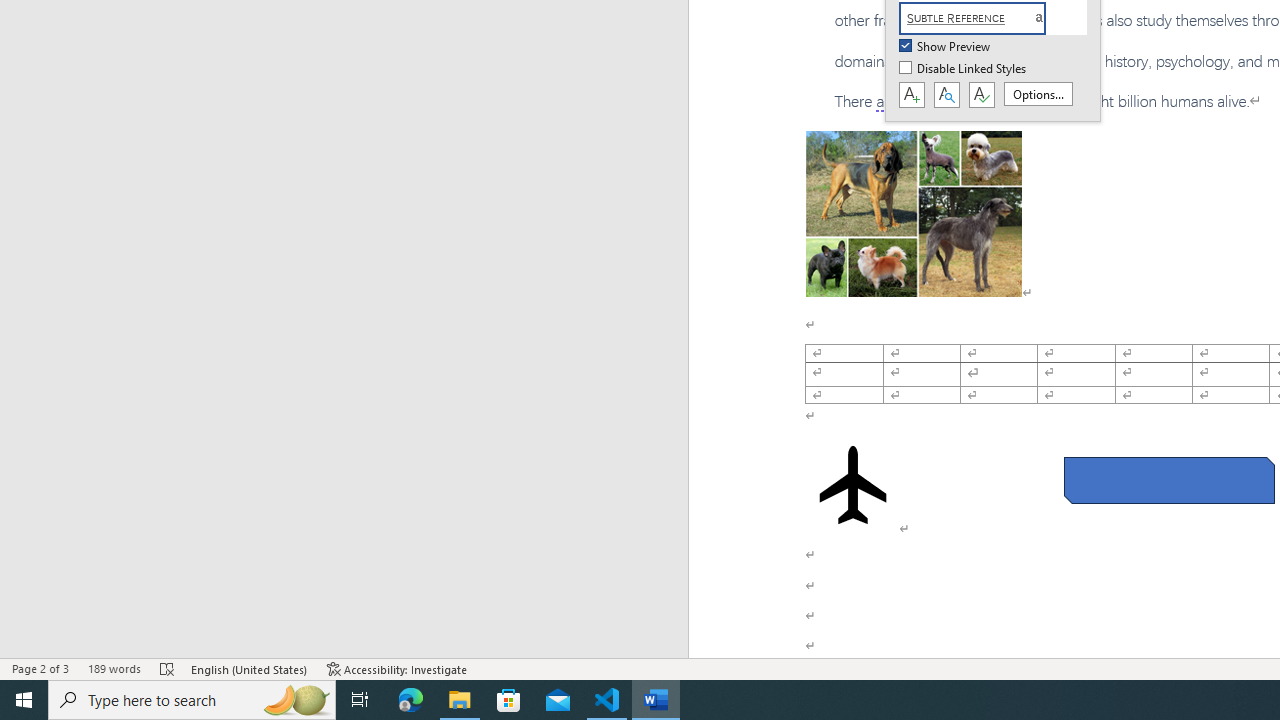  Describe the element at coordinates (981, 95) in the screenshot. I see `'Class: NetUIButton'` at that location.